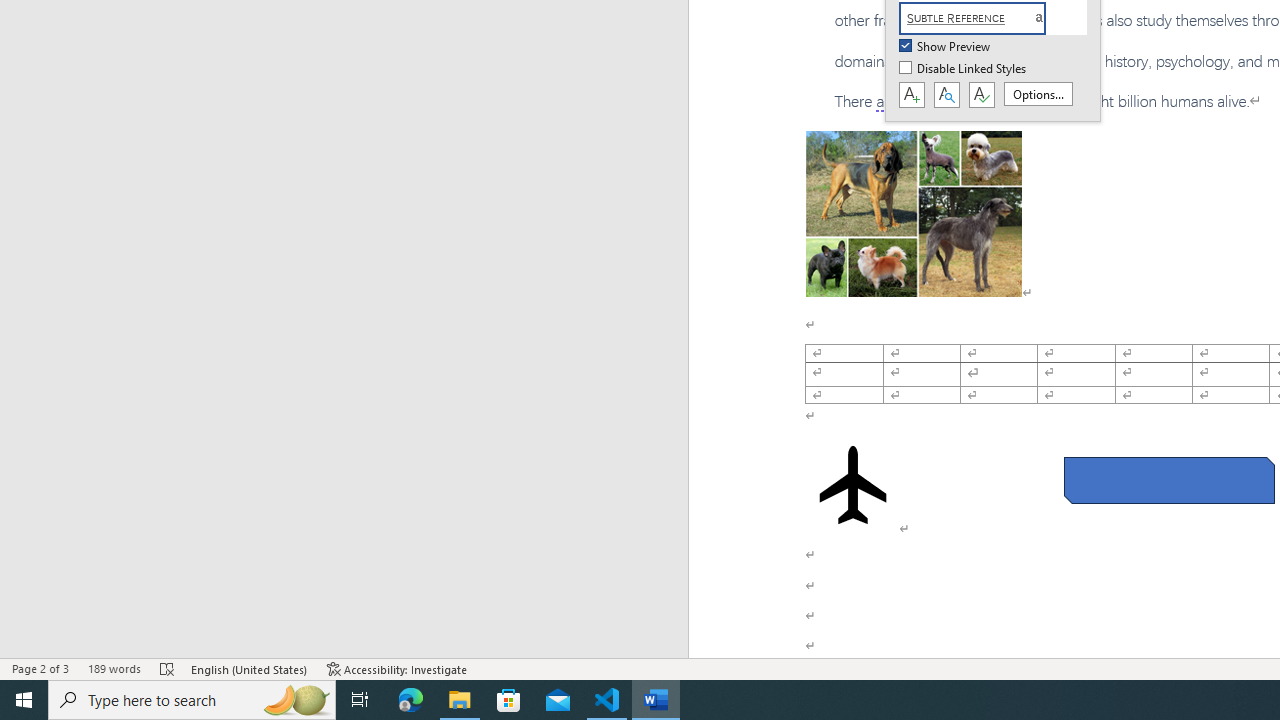  Describe the element at coordinates (981, 95) in the screenshot. I see `'Class: NetUIButton'` at that location.